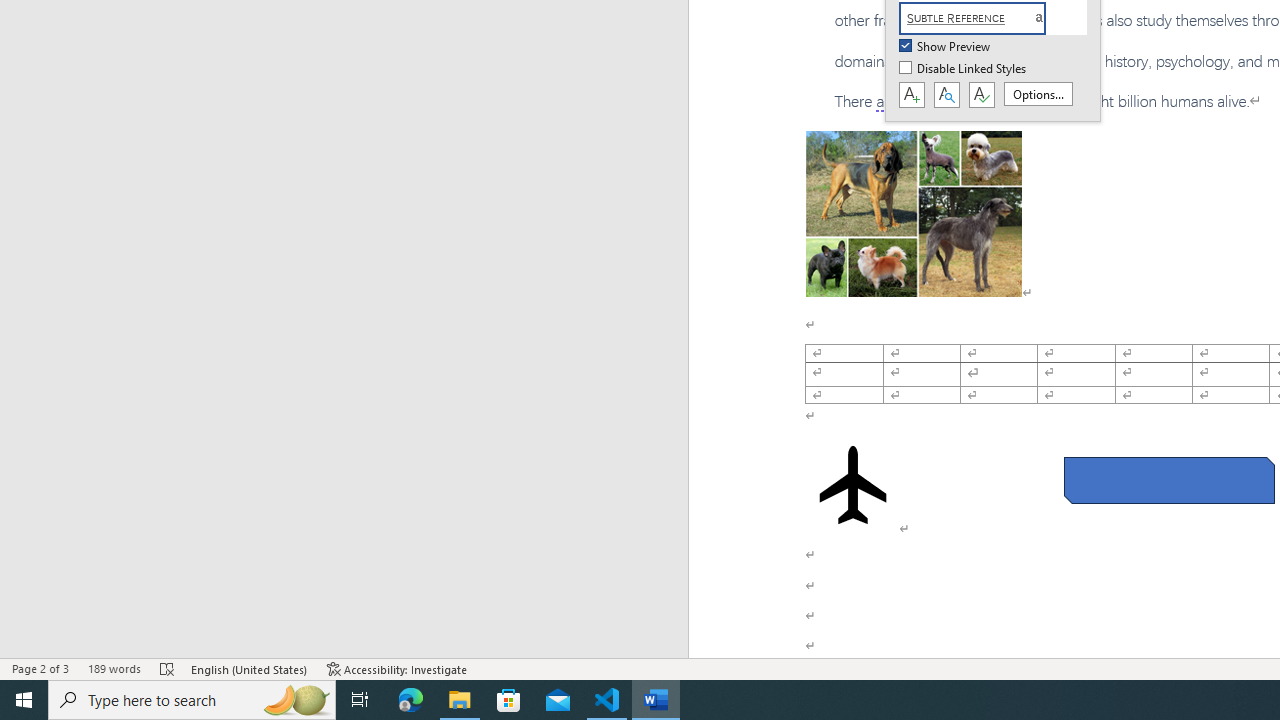  Describe the element at coordinates (981, 95) in the screenshot. I see `'Class: NetUIButton'` at that location.